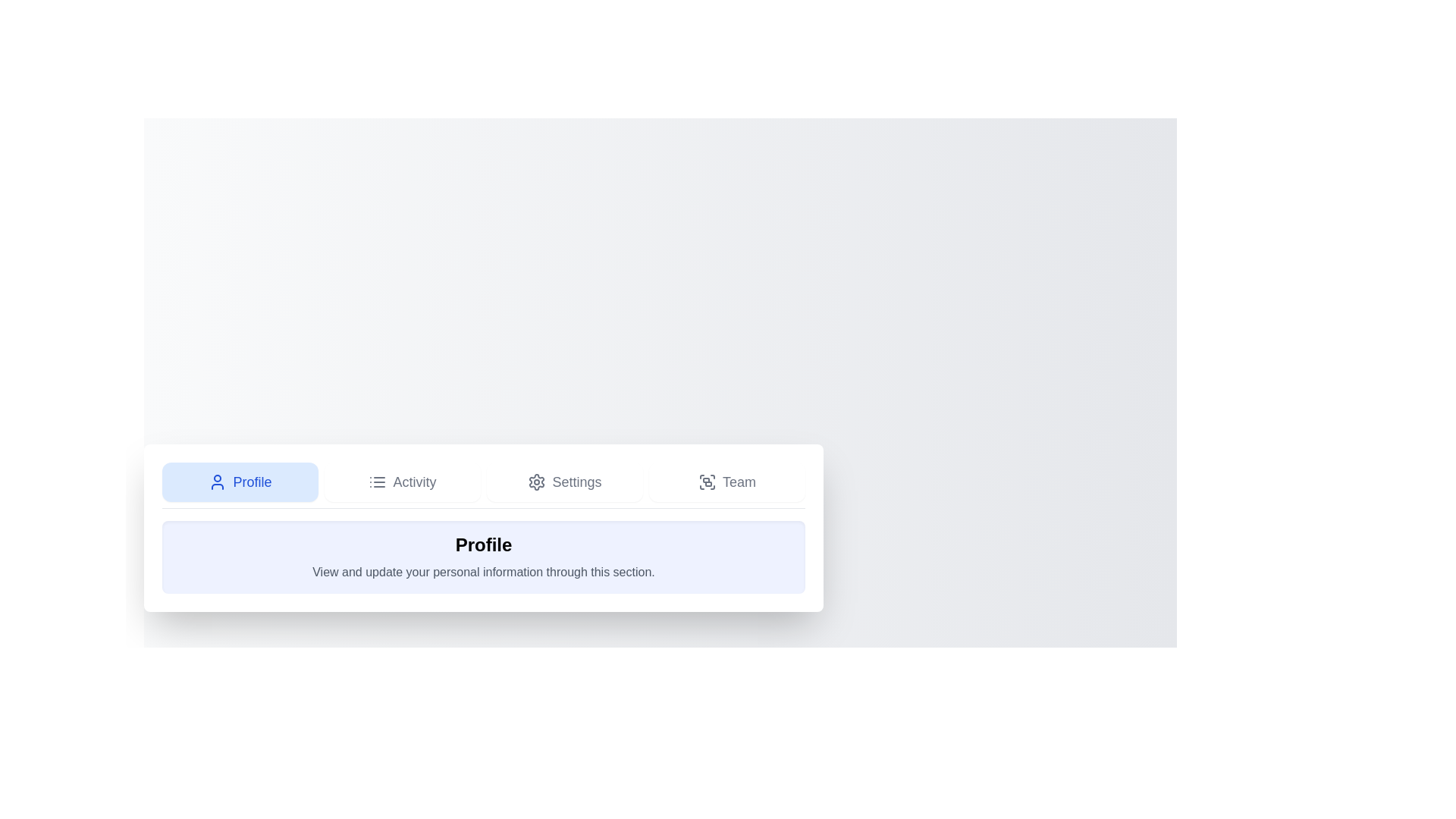 This screenshot has width=1456, height=819. What do you see at coordinates (563, 482) in the screenshot?
I see `the tab labeled 'Settings'` at bounding box center [563, 482].